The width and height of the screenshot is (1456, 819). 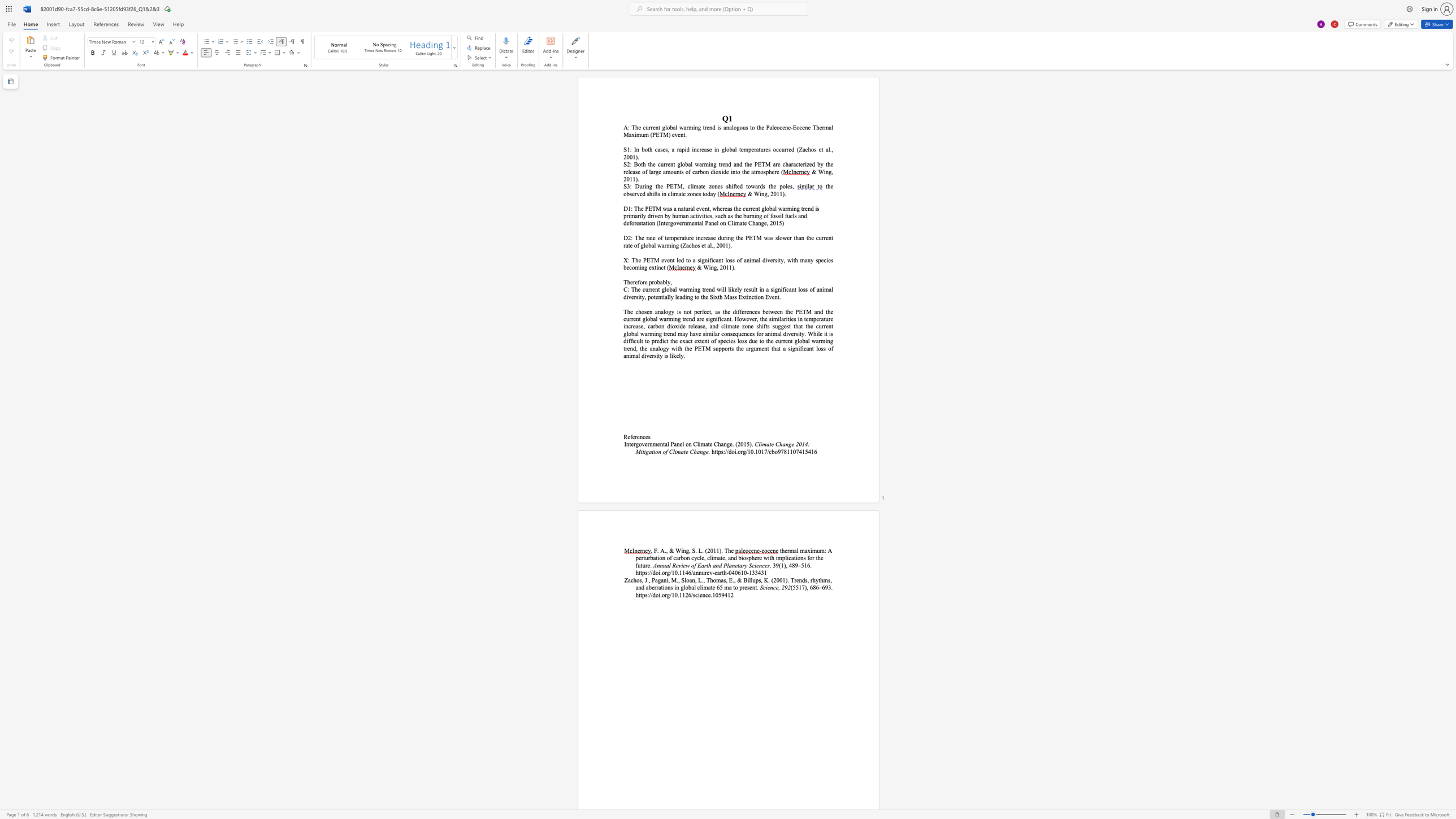 I want to click on the 2th character "s" in the text, so click(x=804, y=557).